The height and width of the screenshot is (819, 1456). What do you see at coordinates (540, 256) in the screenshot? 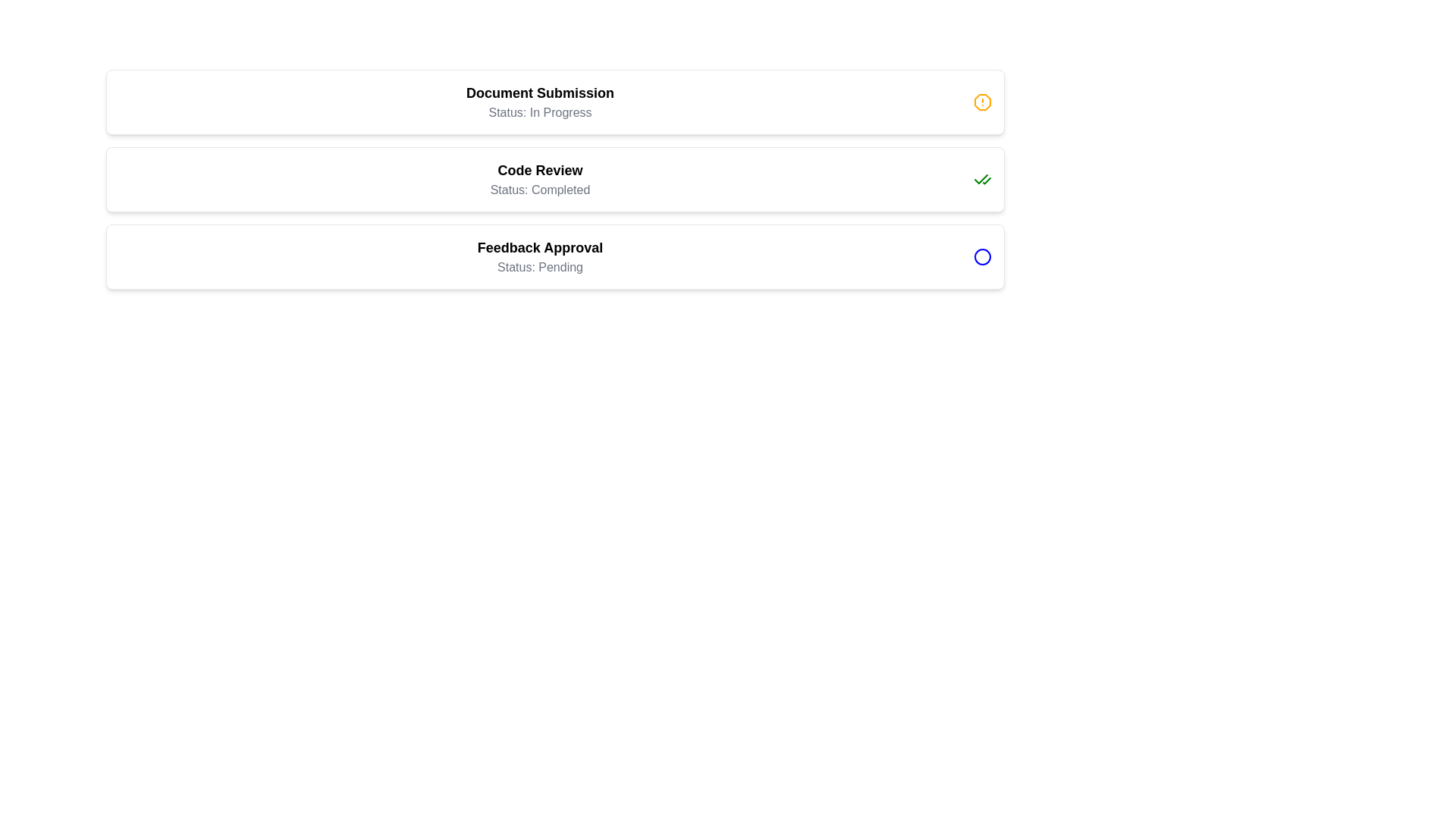
I see `the text label indicating the status 'Pending' for the 'Feedback Approval' task within the third card of the vertically stacked list` at bounding box center [540, 256].